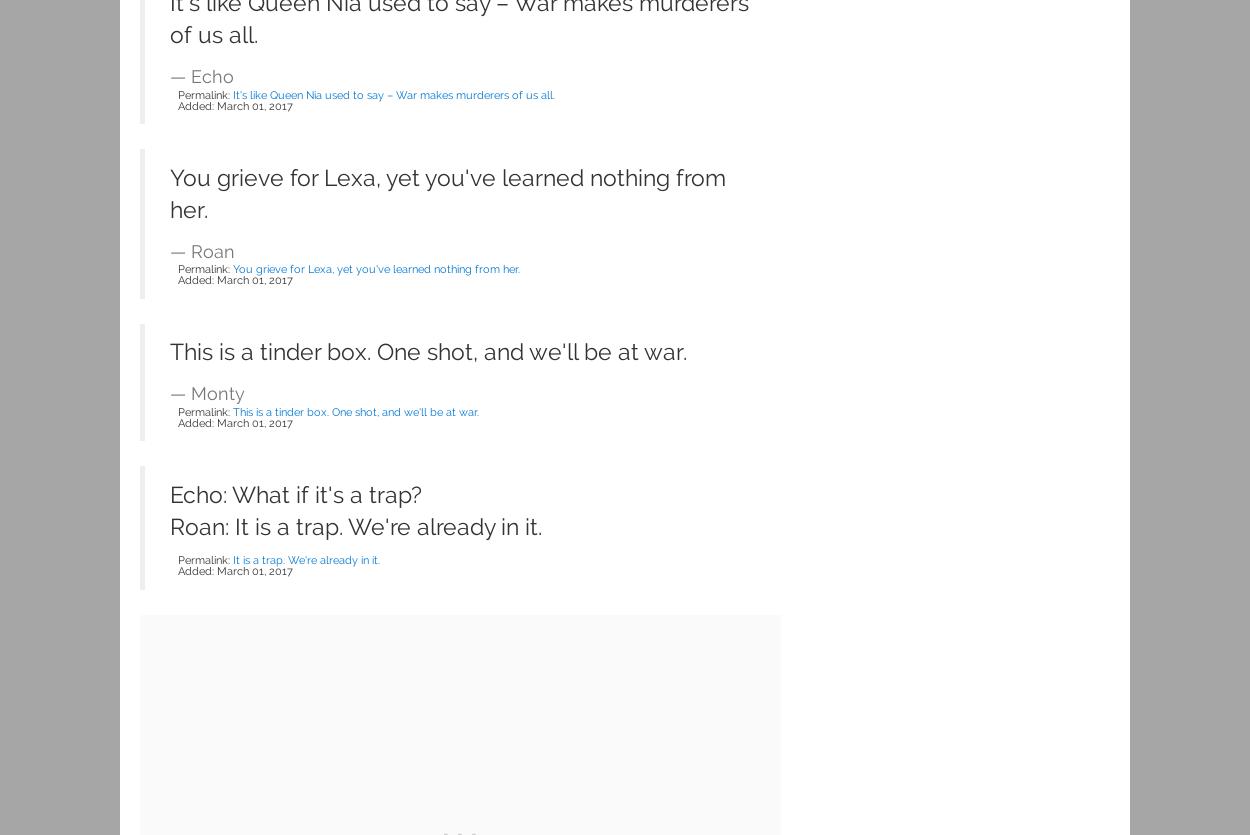 This screenshot has height=835, width=1250. Describe the element at coordinates (217, 392) in the screenshot. I see `'Monty'` at that location.